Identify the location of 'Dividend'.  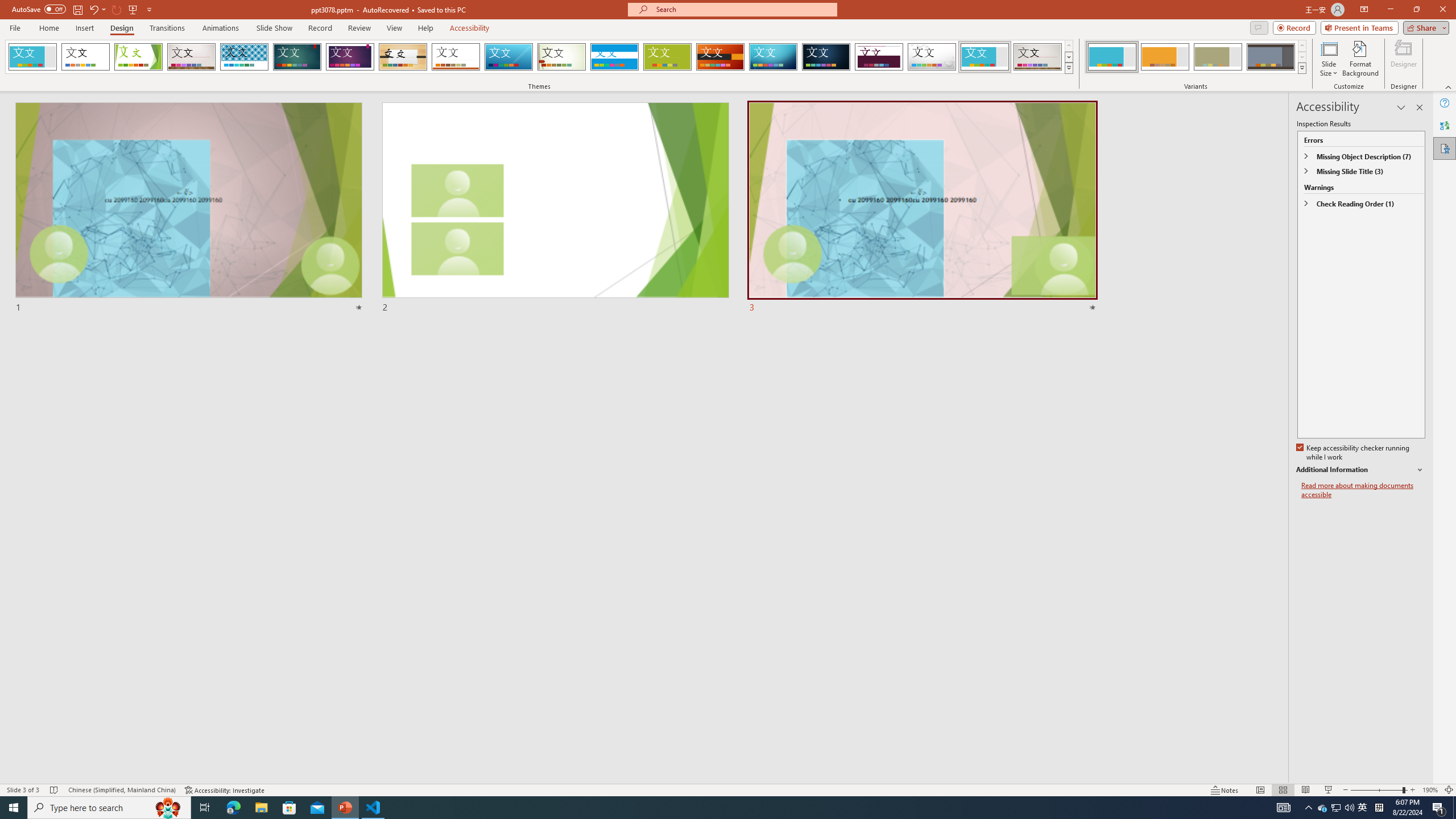
(879, 56).